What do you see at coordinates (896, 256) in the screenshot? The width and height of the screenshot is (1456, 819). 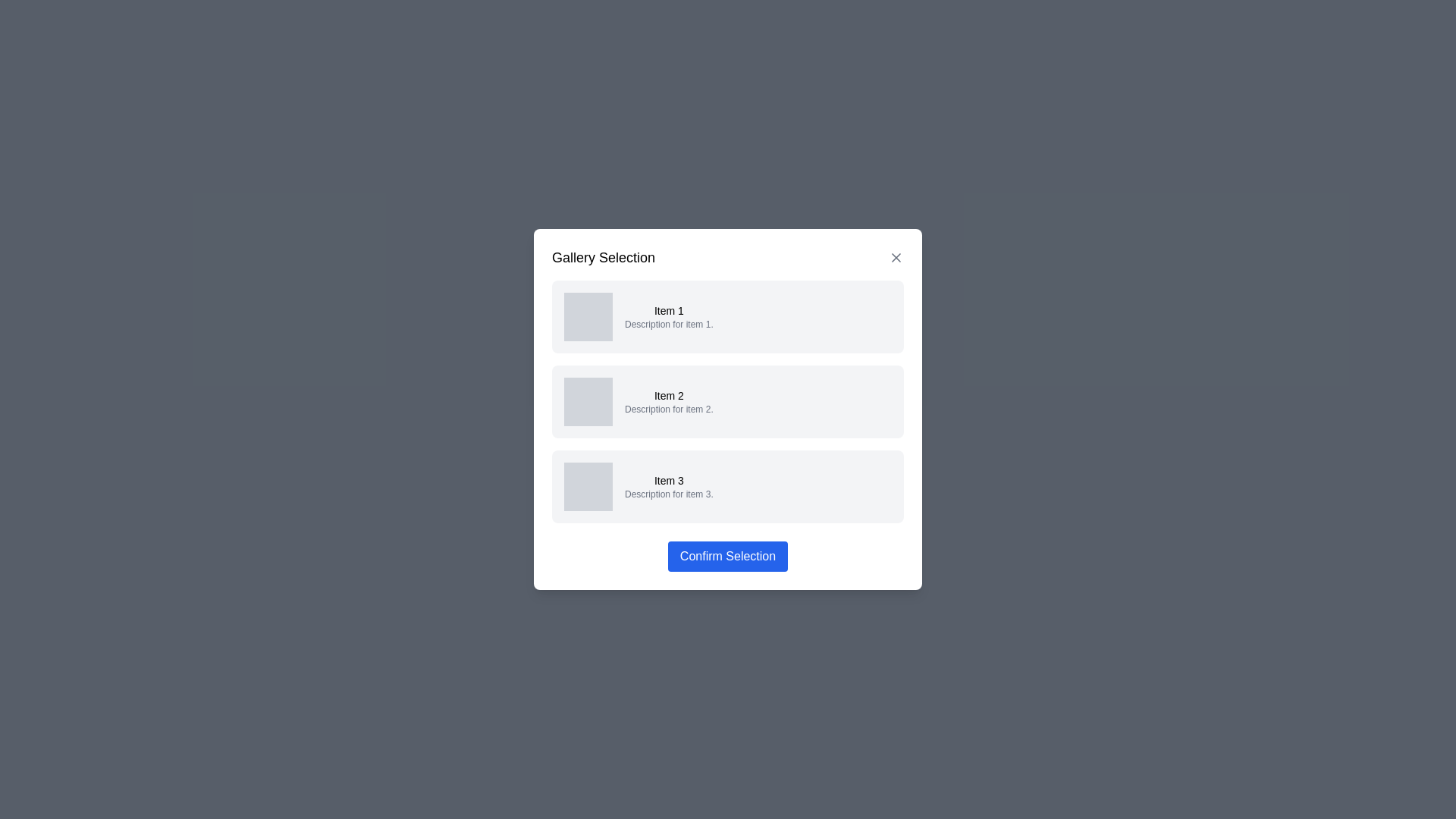 I see `the small interactive close button located in the top-right corner of the 'Gallery Selection' modal` at bounding box center [896, 256].